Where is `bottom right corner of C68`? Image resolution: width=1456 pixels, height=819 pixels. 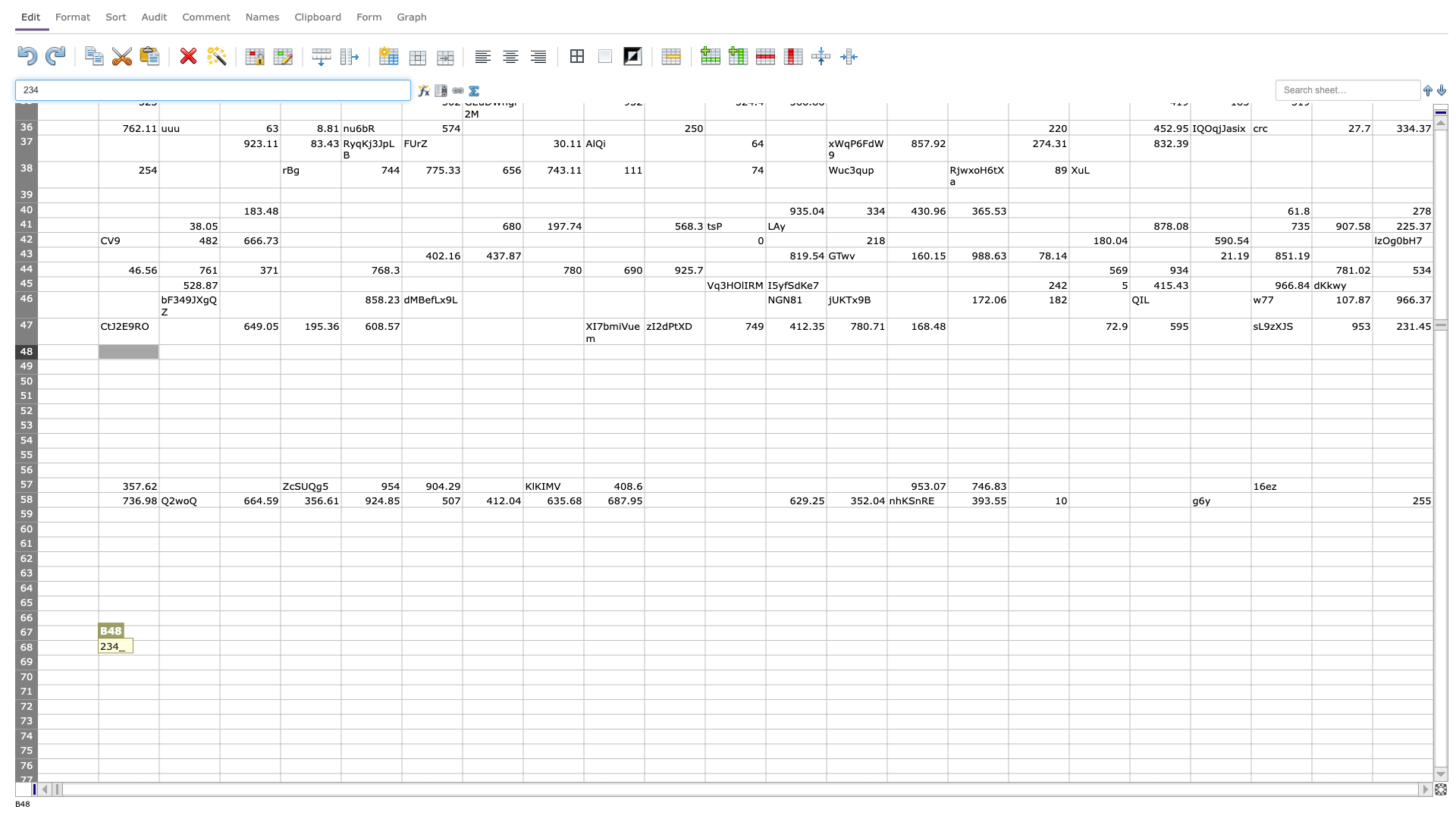
bottom right corner of C68 is located at coordinates (218, 654).